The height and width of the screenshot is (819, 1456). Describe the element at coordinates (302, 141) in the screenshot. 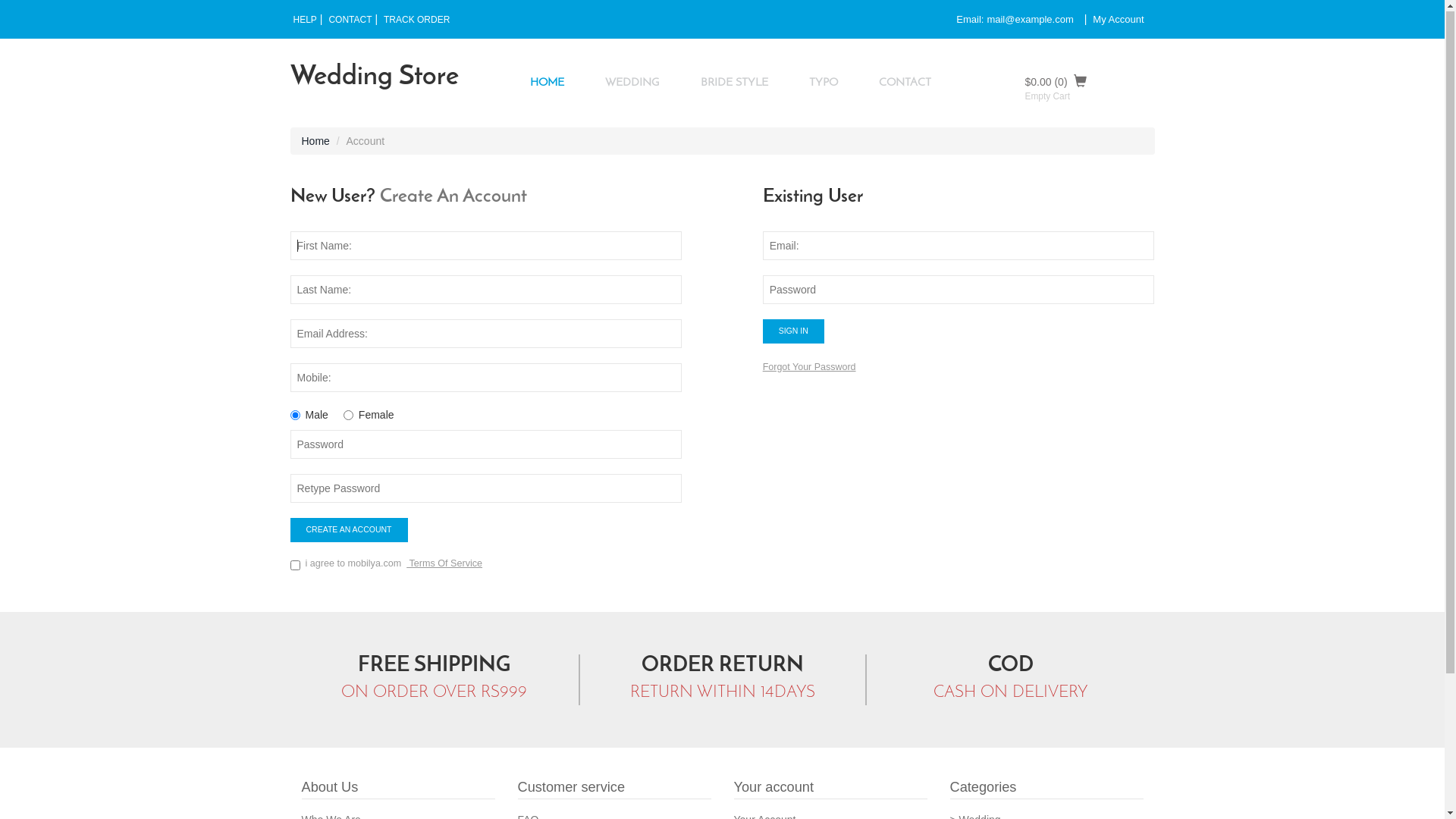

I see `'Home'` at that location.